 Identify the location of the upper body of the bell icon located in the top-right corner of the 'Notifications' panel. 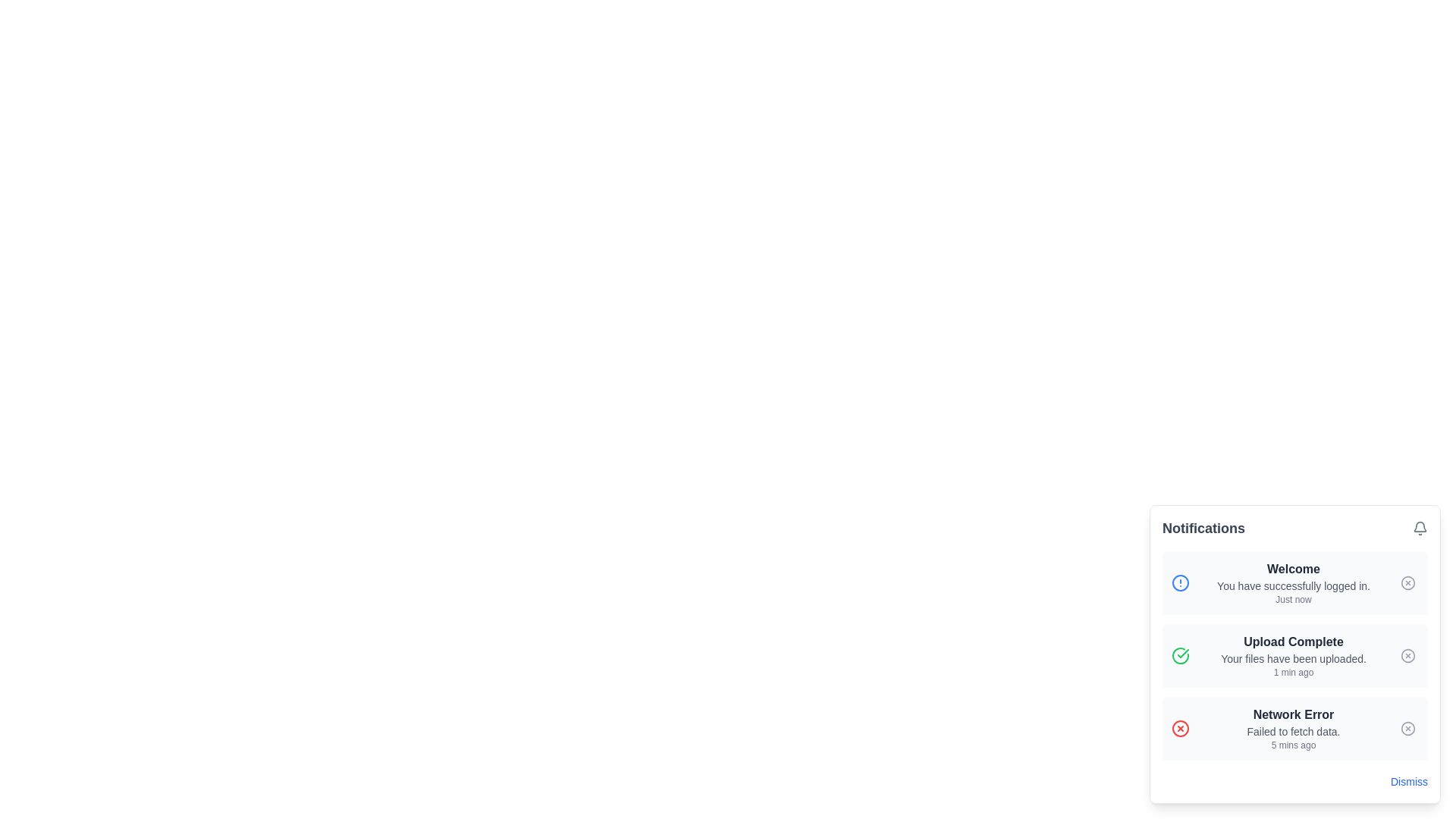
(1419, 526).